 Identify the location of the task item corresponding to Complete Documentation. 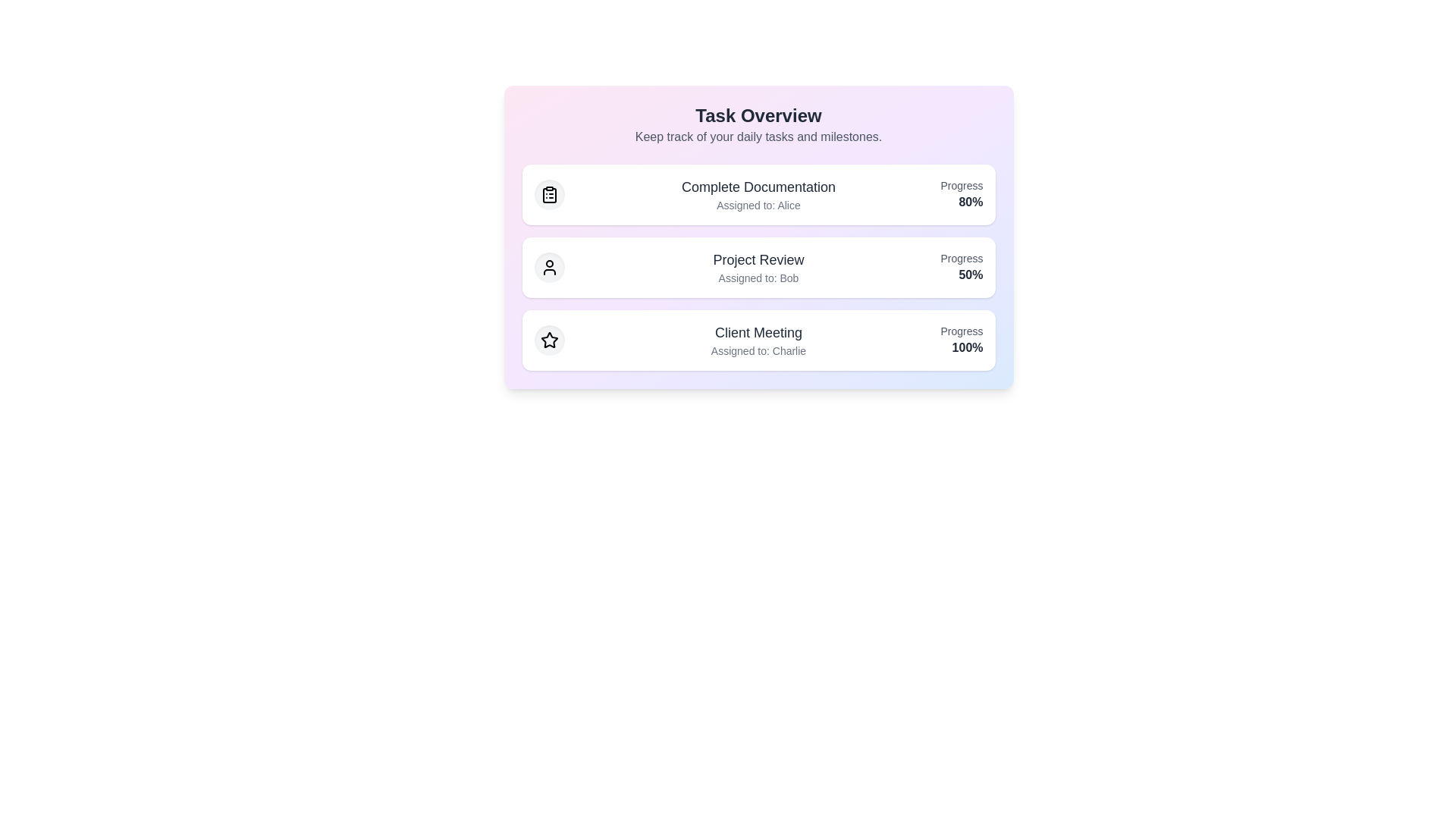
(758, 194).